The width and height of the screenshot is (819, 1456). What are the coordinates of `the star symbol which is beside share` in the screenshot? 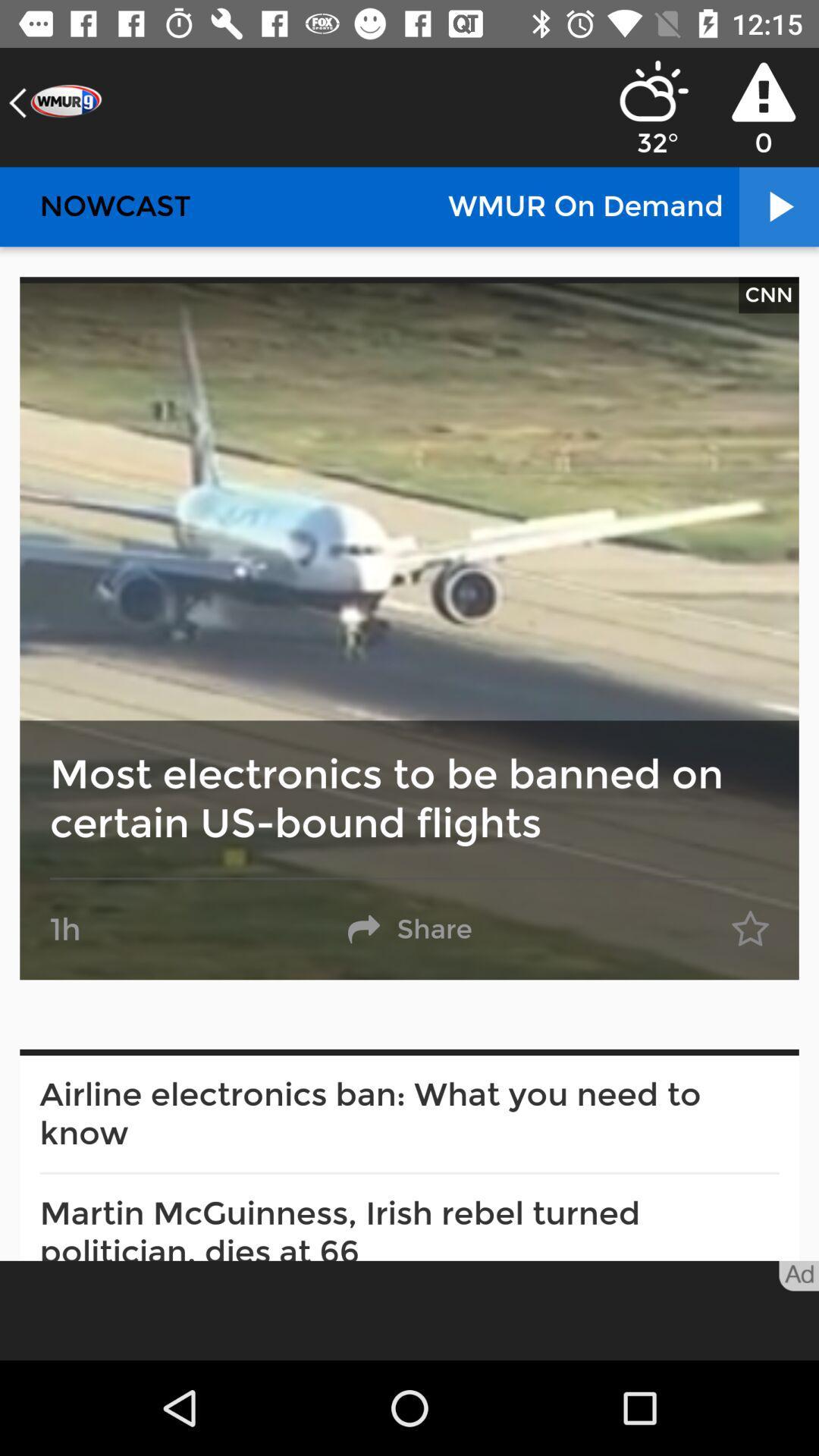 It's located at (751, 928).